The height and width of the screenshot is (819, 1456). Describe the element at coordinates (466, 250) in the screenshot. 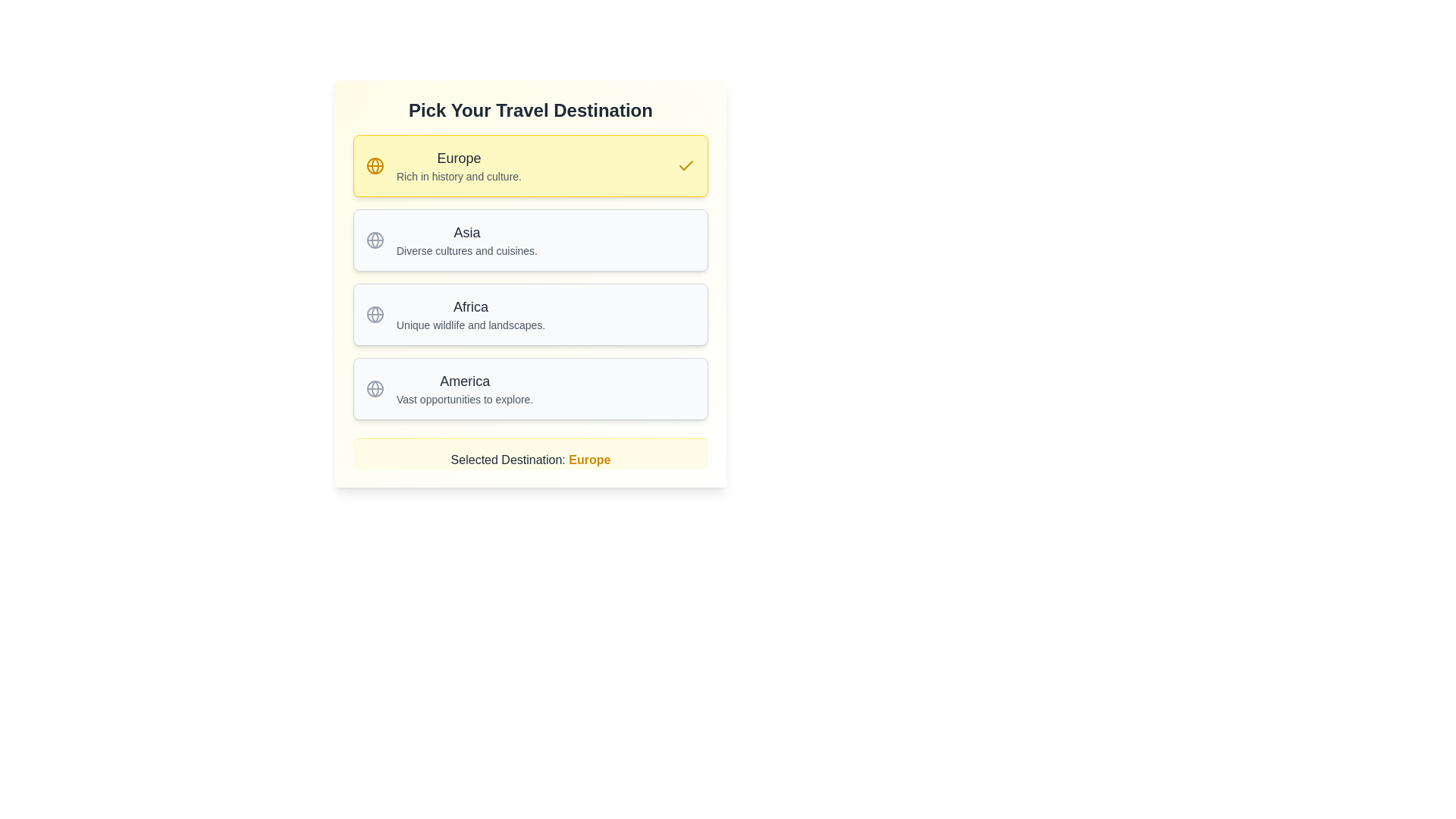

I see `the descriptive Text Label about 'Asia'` at that location.